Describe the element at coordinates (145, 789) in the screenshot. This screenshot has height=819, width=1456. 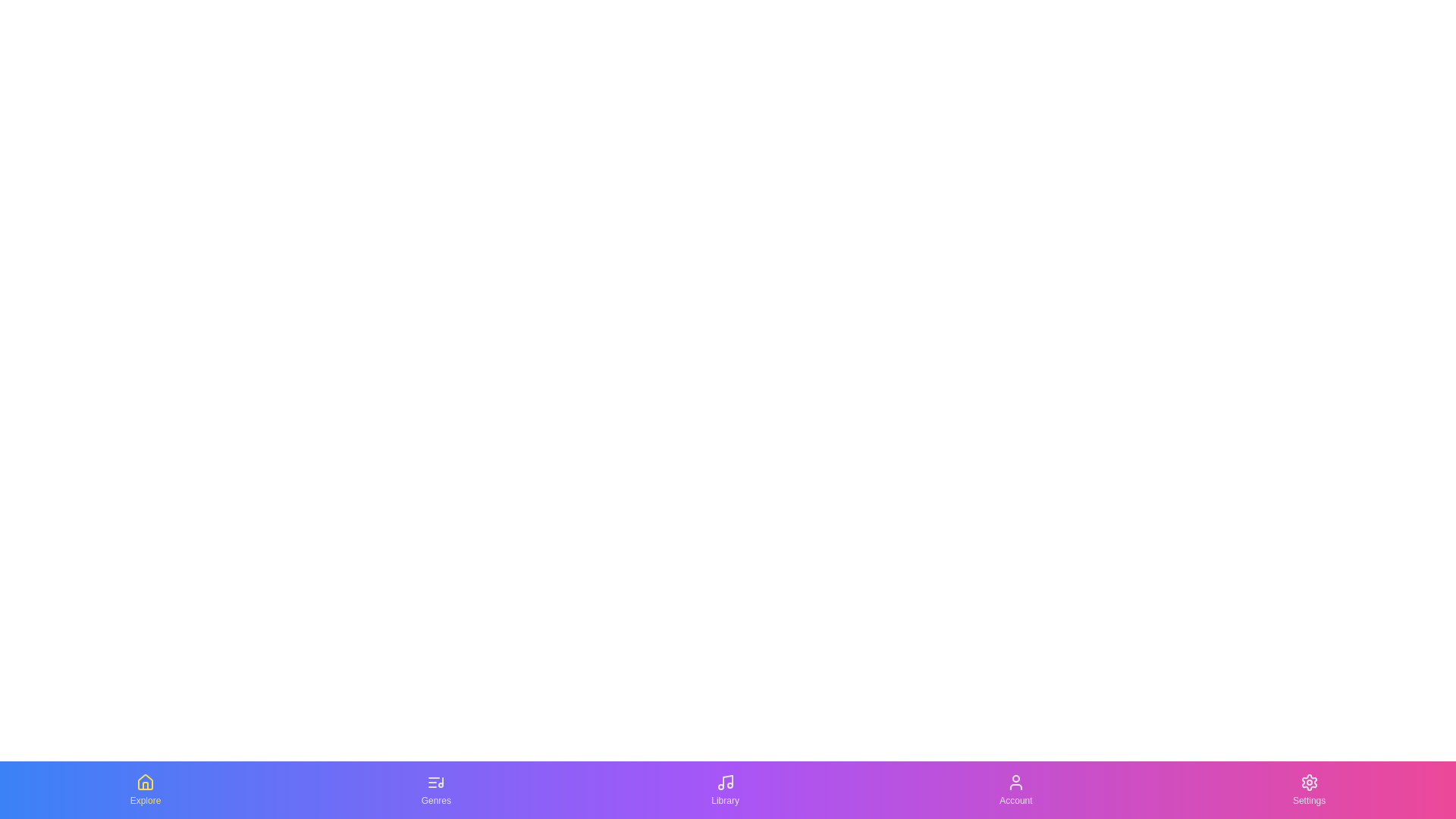
I see `the Explore tab to observe the hover effect` at that location.